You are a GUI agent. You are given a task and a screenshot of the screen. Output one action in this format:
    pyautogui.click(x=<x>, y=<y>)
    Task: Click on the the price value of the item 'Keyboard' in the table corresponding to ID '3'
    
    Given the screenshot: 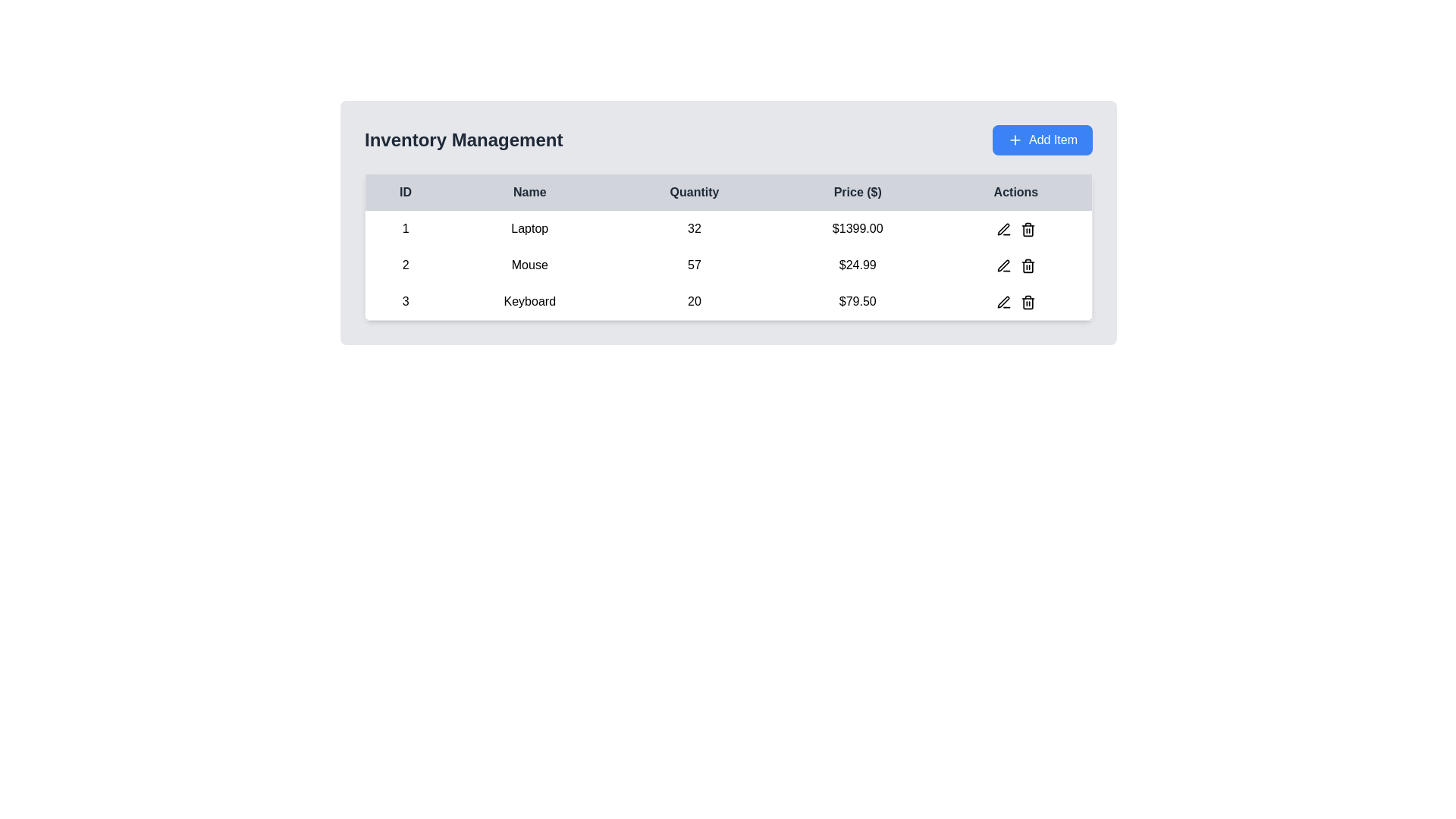 What is the action you would take?
    pyautogui.click(x=858, y=302)
    